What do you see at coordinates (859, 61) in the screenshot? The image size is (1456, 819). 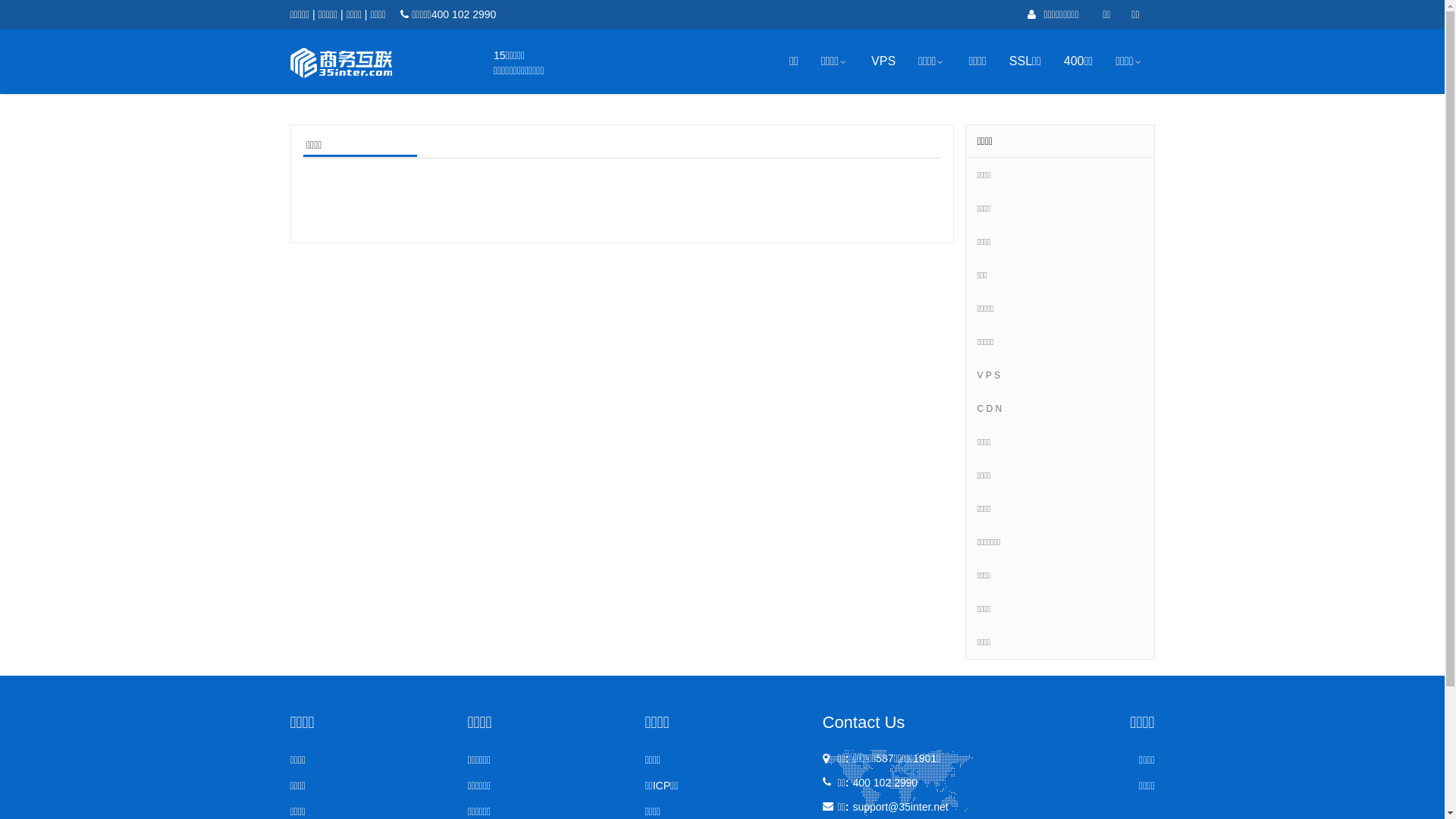 I see `'VPS'` at bounding box center [859, 61].